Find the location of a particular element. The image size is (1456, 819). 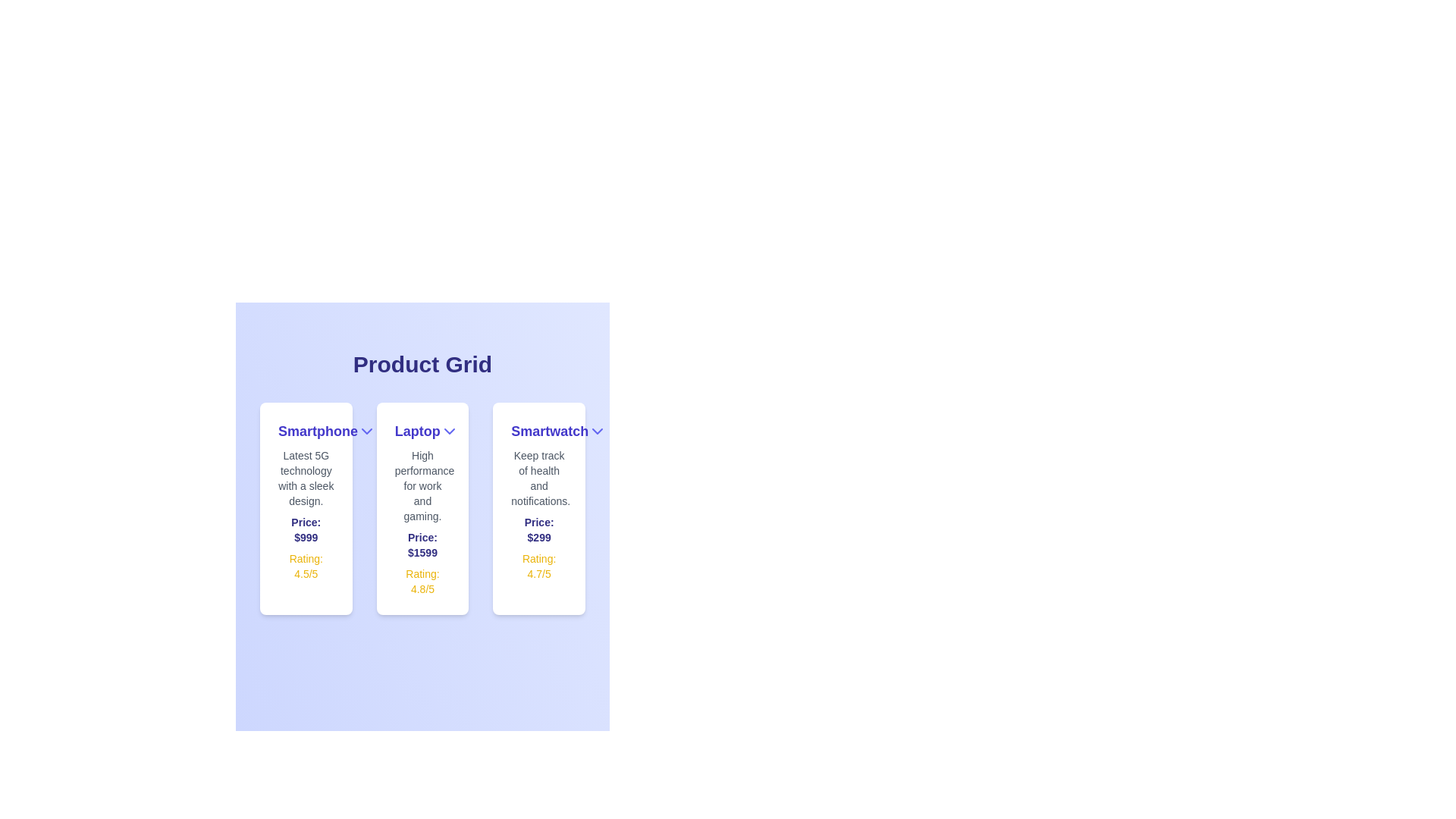

text label displaying 'Latest 5G technology with a sleek design.' located within the 'Smartphone' card, positioned below the title and above the price is located at coordinates (305, 479).